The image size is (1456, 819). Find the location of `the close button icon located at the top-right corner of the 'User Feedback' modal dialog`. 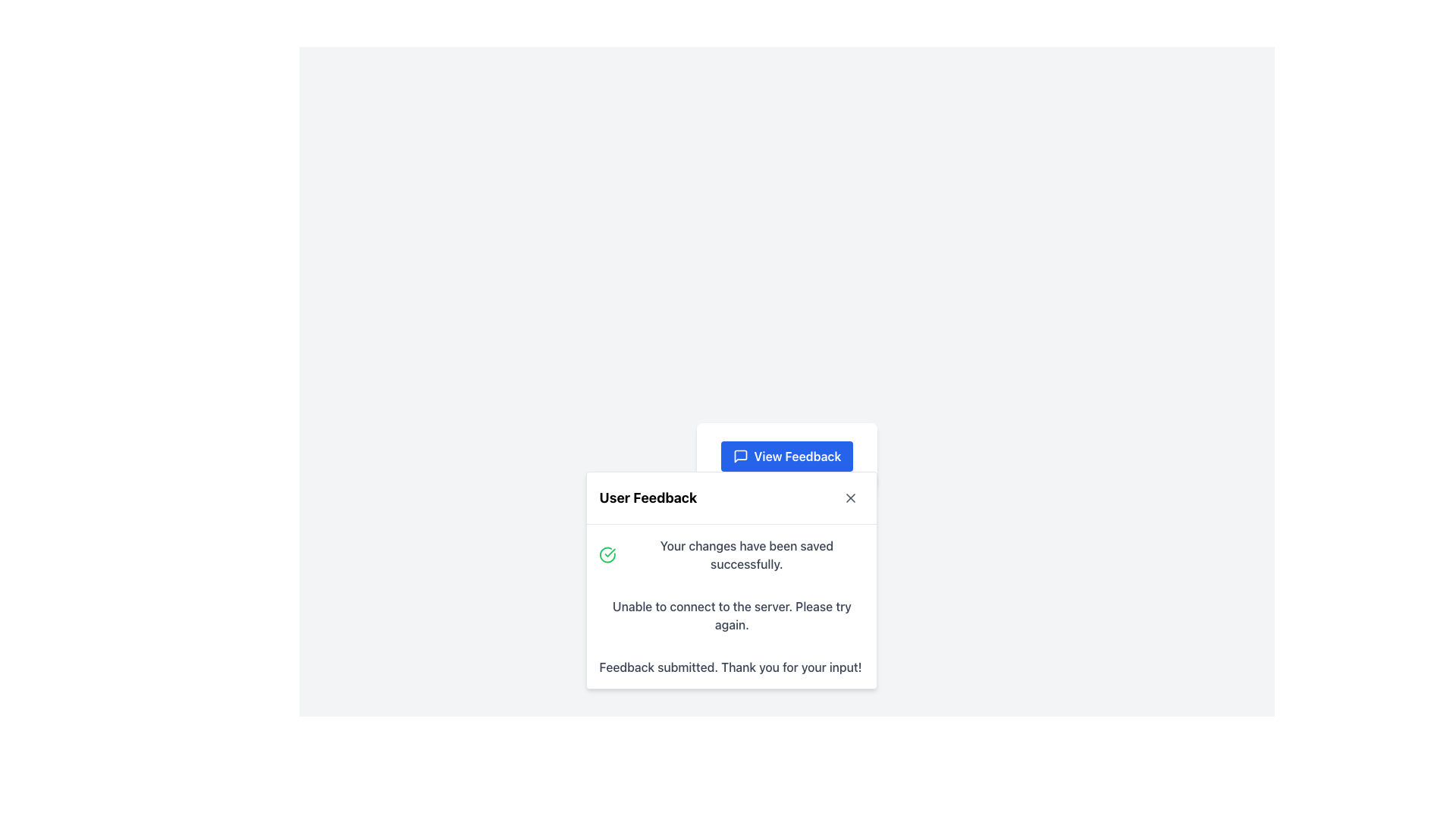

the close button icon located at the top-right corner of the 'User Feedback' modal dialog is located at coordinates (851, 497).